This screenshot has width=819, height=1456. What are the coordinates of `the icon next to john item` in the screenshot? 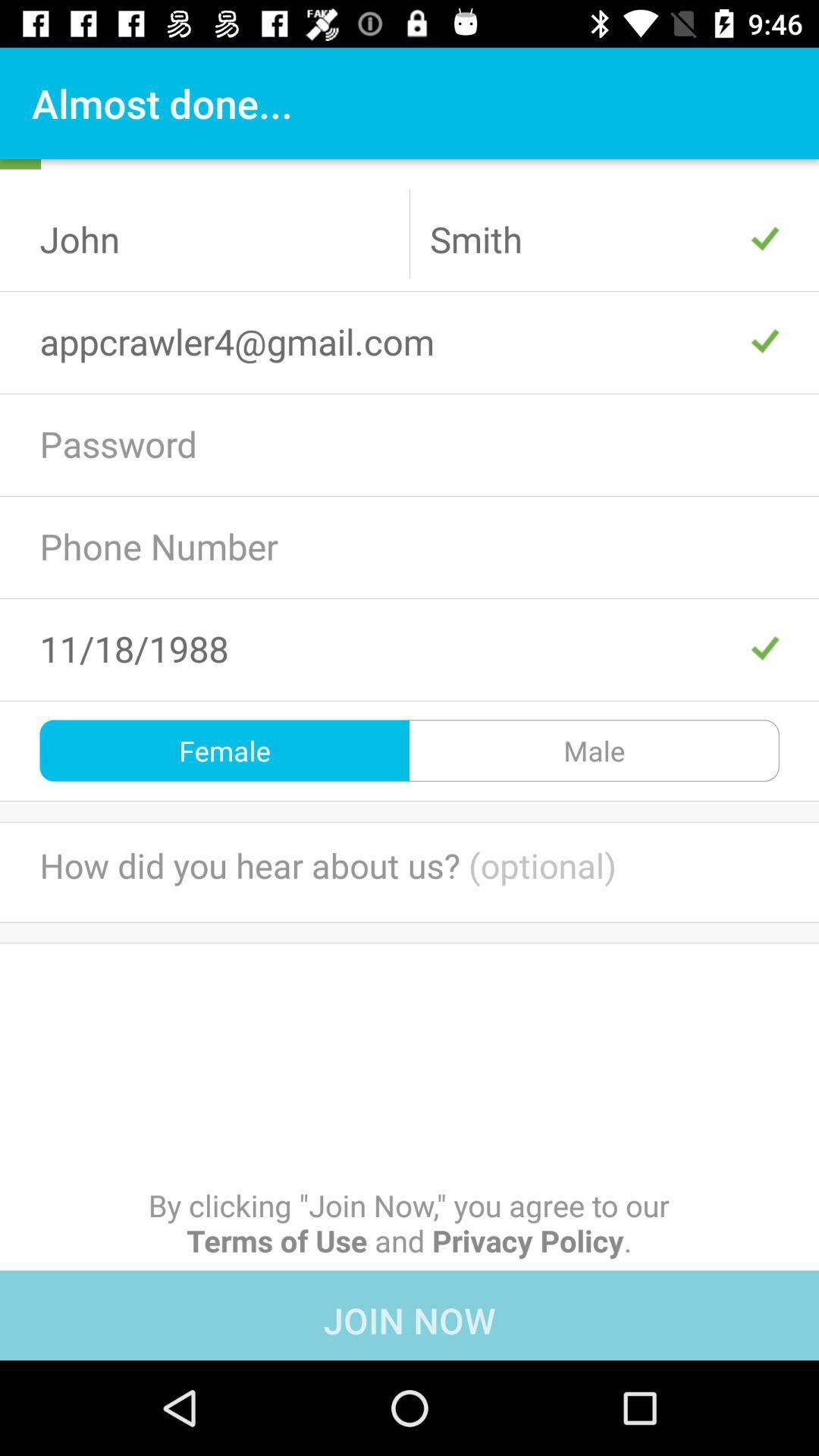 It's located at (604, 238).